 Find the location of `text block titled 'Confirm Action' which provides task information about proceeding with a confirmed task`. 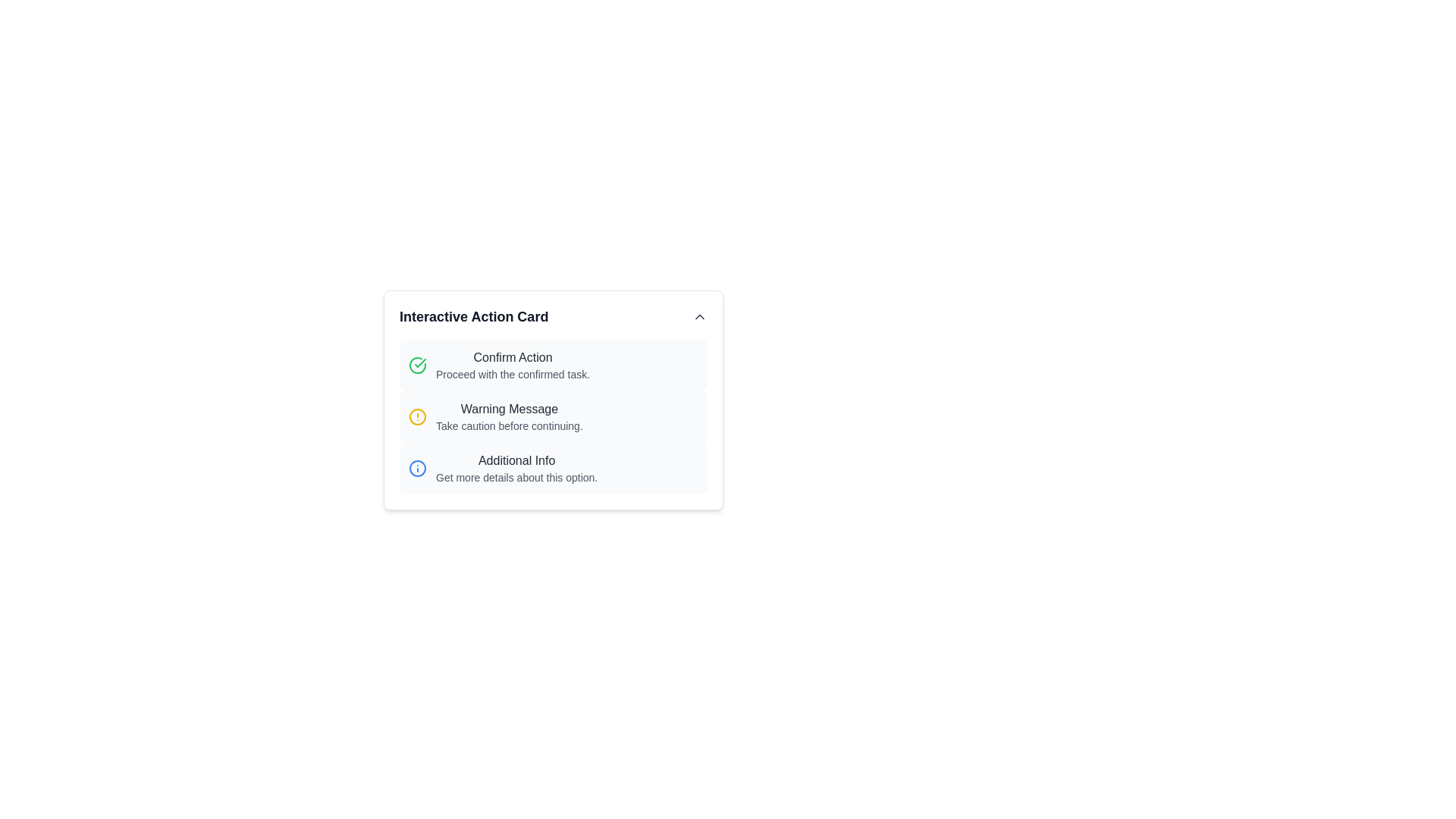

text block titled 'Confirm Action' which provides task information about proceeding with a confirmed task is located at coordinates (513, 366).